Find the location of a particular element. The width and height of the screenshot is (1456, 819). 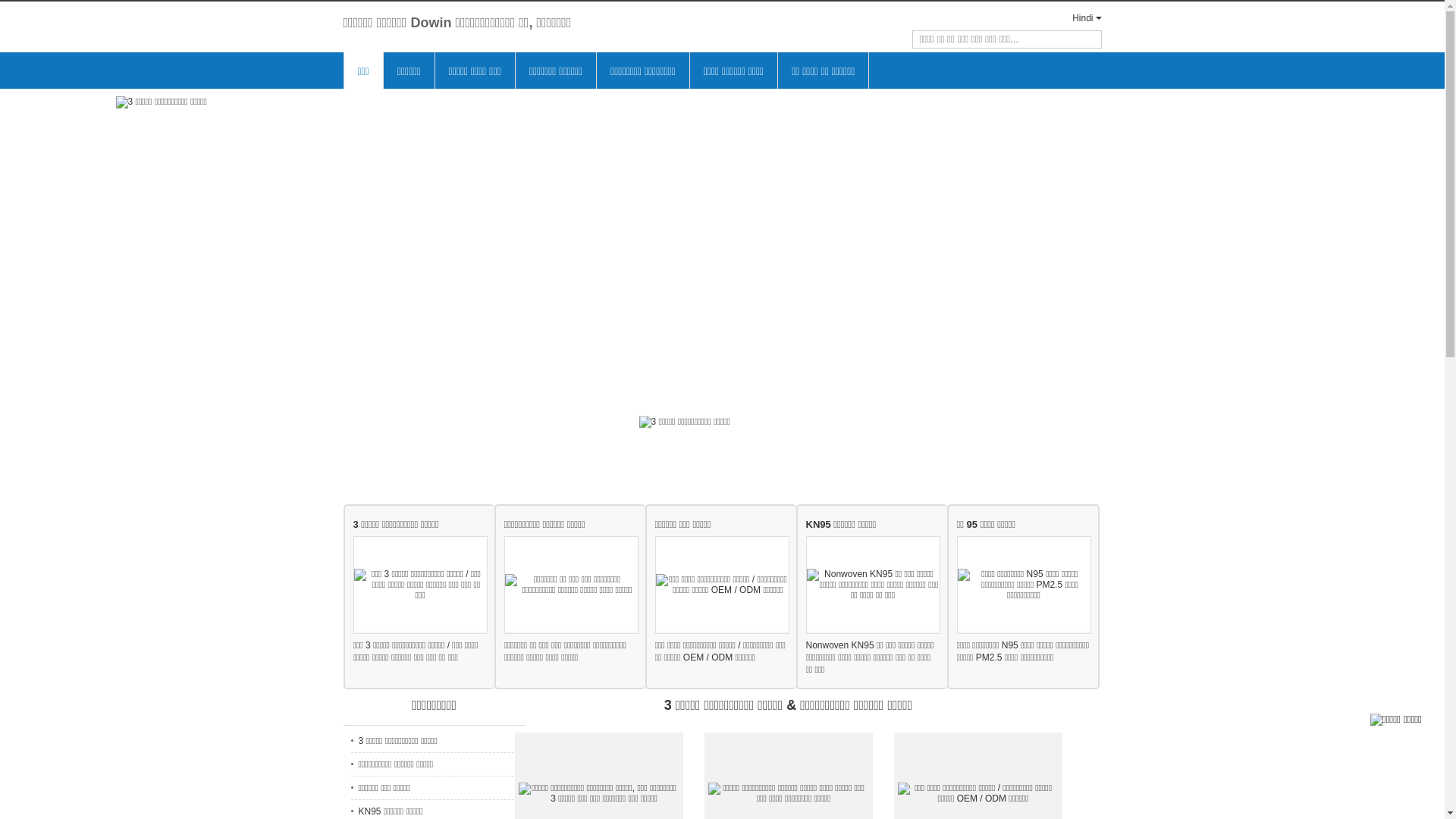

'Hindi' is located at coordinates (1073, 17).